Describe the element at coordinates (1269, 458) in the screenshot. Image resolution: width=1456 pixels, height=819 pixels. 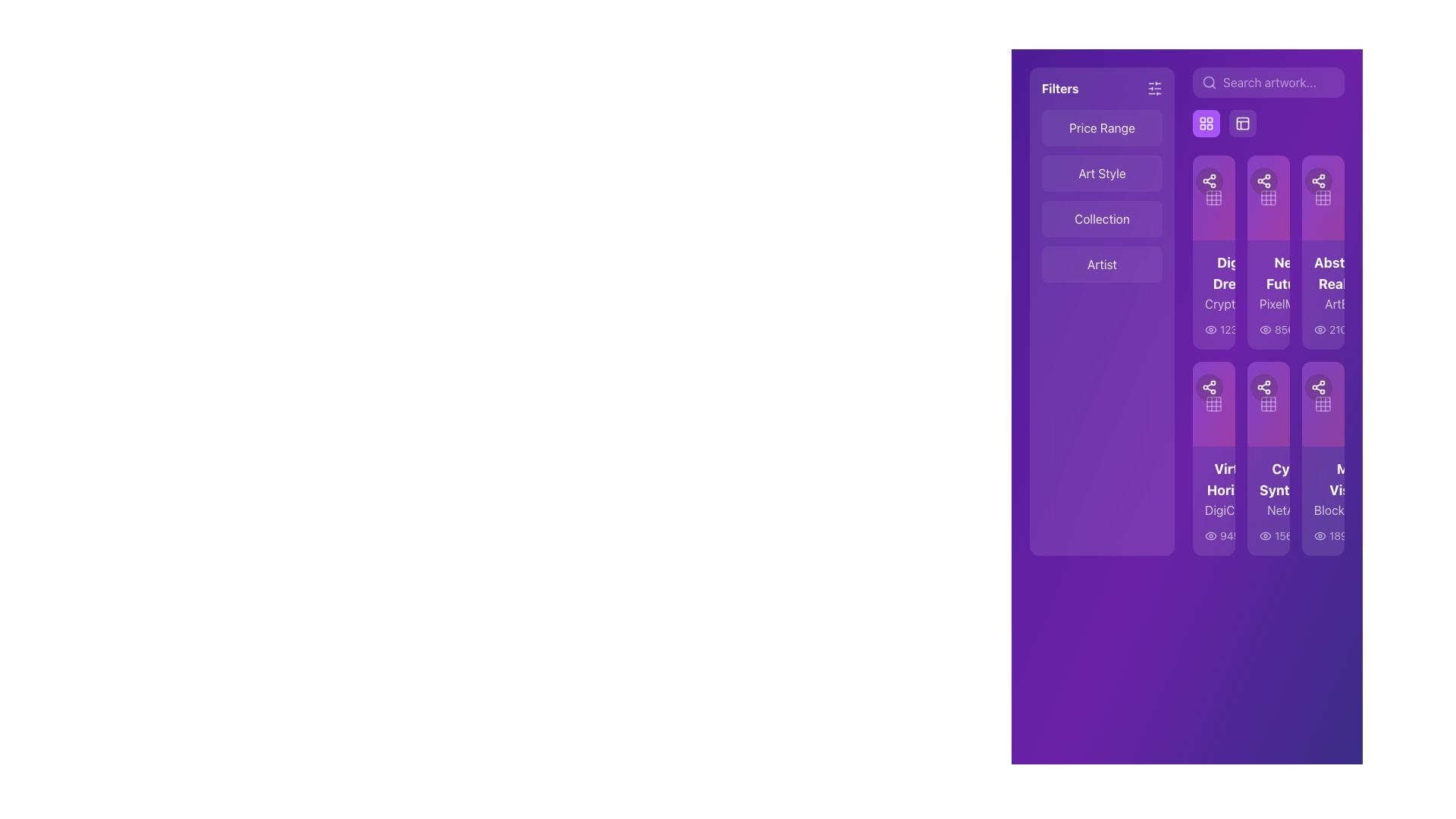
I see `the second artwork or product card in the grid layout` at that location.